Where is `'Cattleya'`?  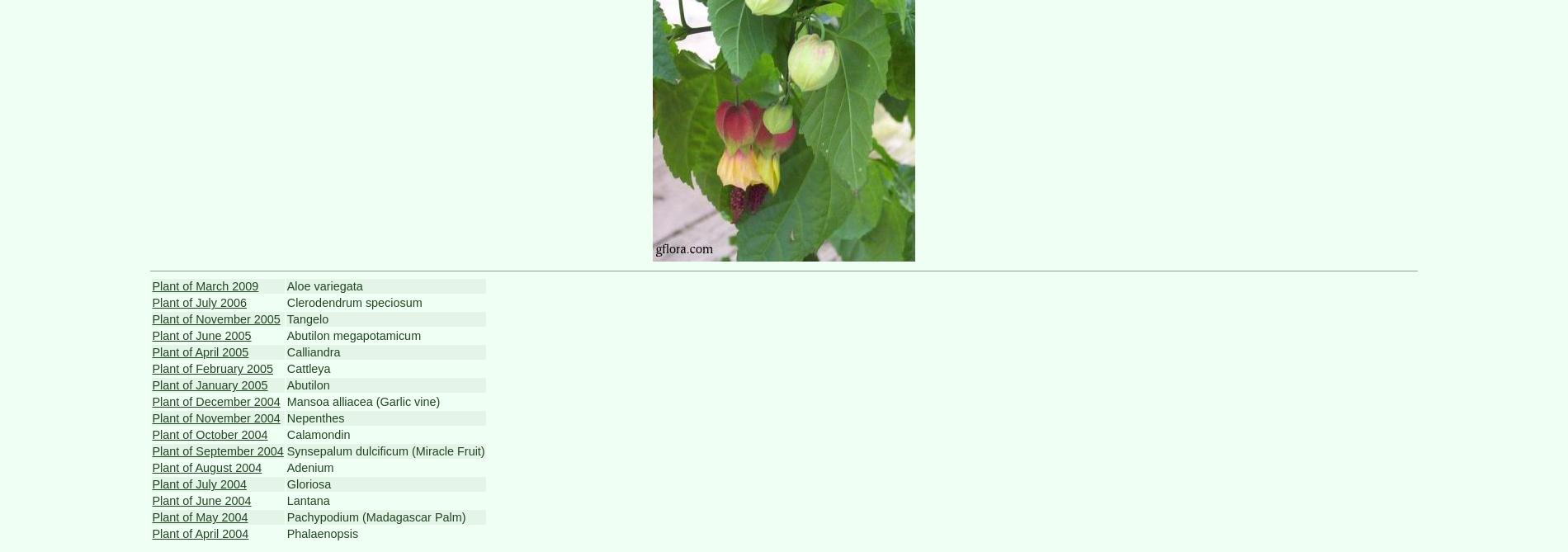 'Cattleya' is located at coordinates (307, 369).